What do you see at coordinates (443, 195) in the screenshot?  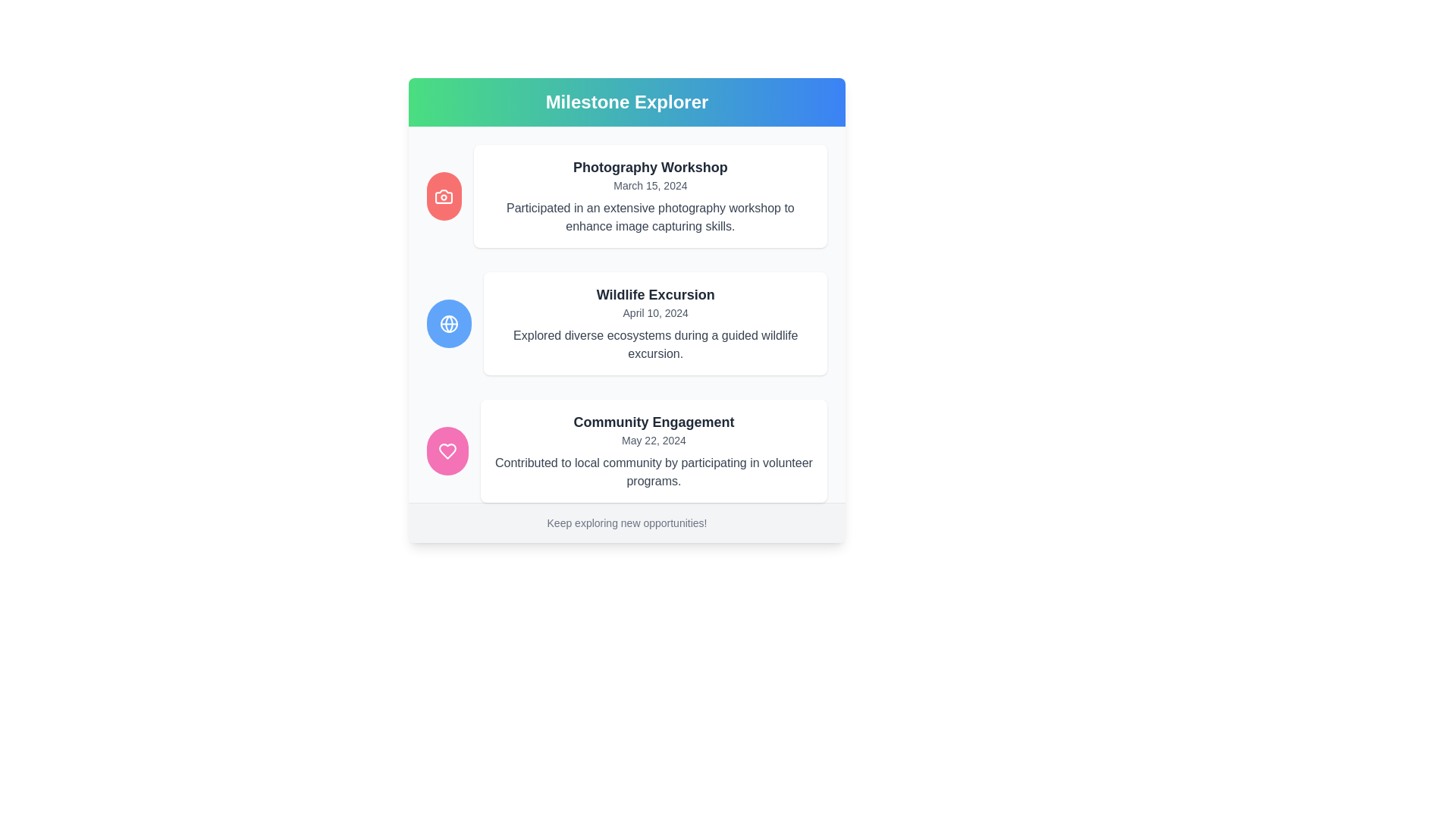 I see `the red circular icon representing the 'Photography Workshop' section, which is located on the left-hand side of the vertical list of icons` at bounding box center [443, 195].